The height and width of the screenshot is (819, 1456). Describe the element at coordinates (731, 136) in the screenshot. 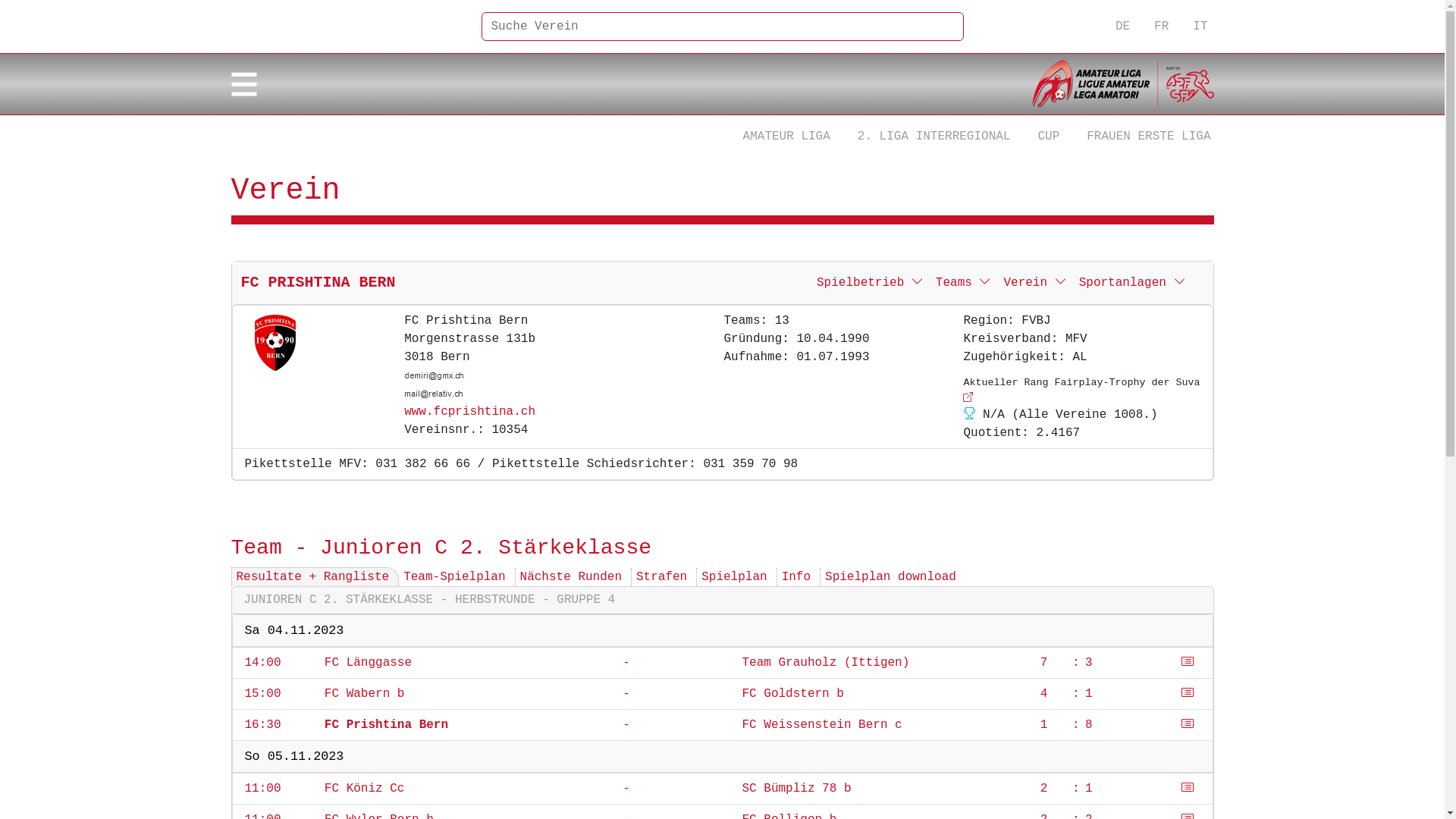

I see `'AMATEUR LIGA'` at that location.